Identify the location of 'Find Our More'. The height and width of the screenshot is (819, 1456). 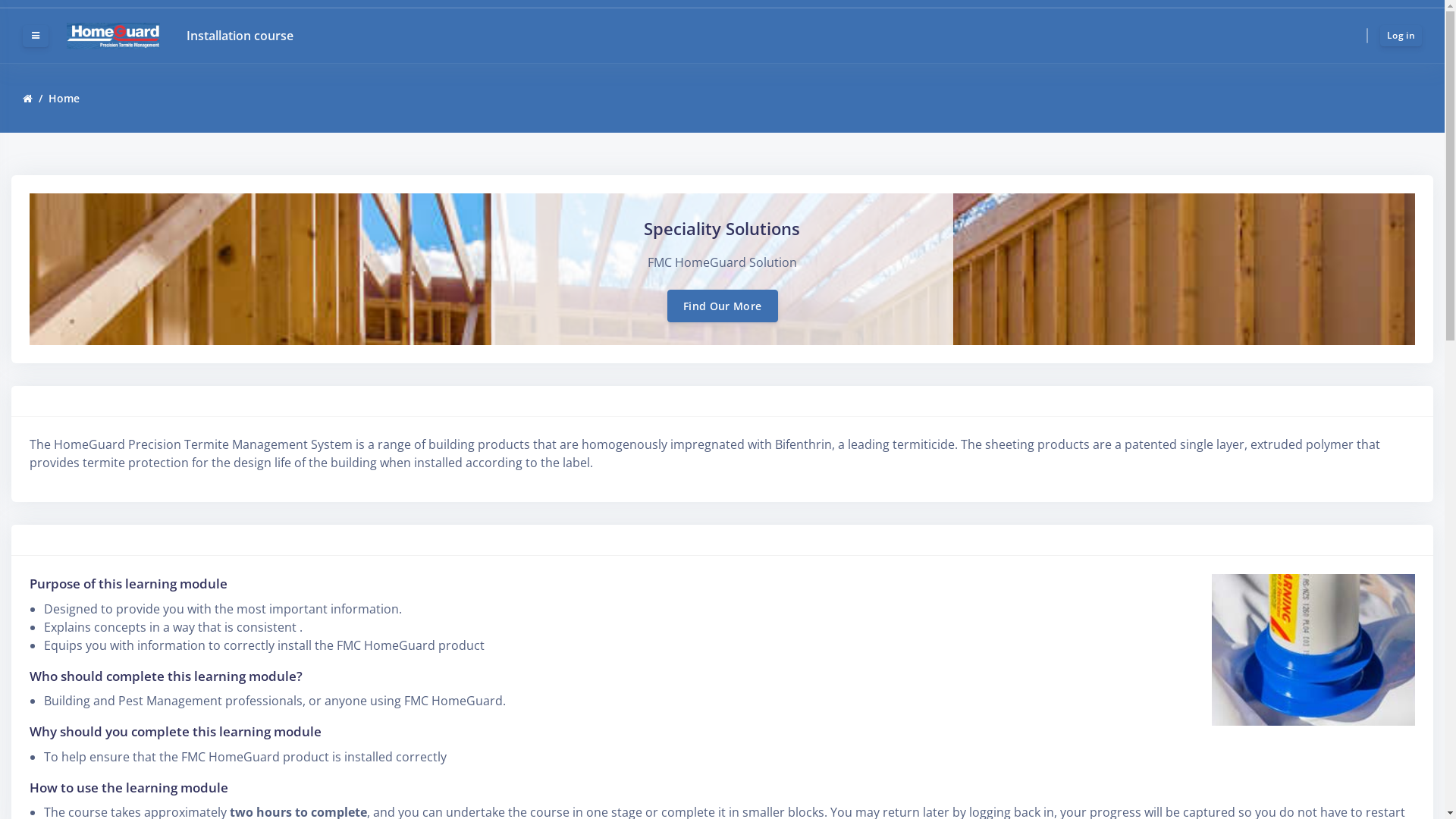
(722, 306).